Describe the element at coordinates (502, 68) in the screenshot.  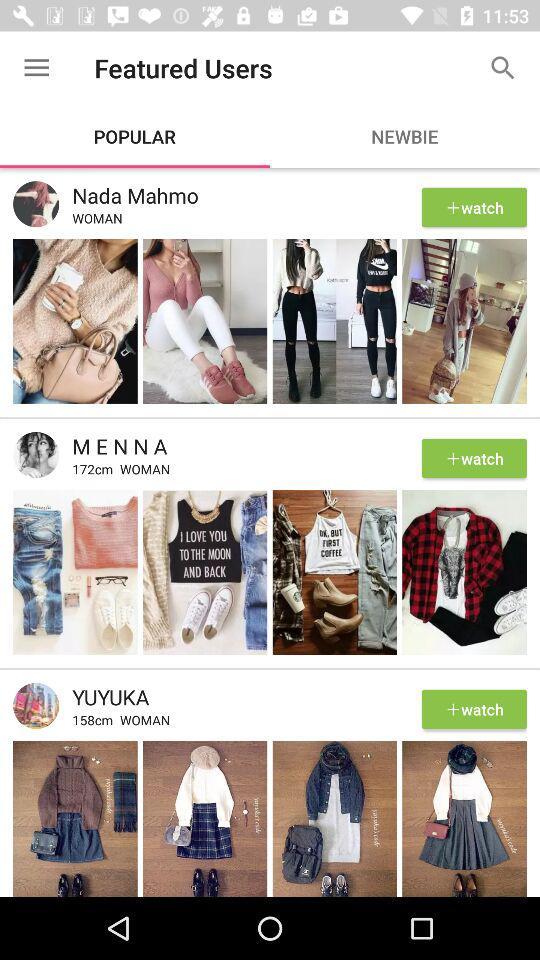
I see `the icon next to the featured users icon` at that location.